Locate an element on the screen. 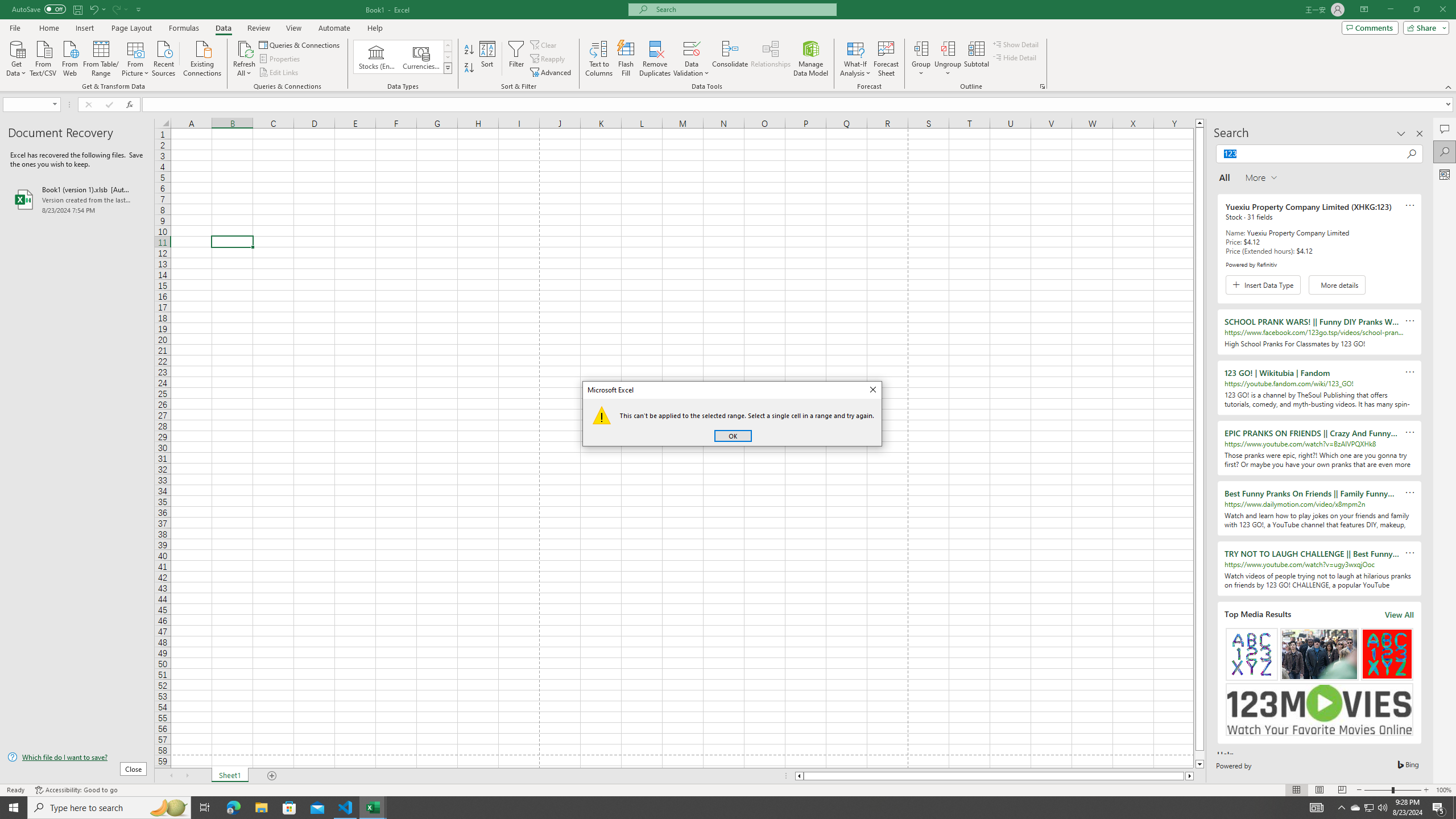  'Microsoft Edge' is located at coordinates (233, 806).